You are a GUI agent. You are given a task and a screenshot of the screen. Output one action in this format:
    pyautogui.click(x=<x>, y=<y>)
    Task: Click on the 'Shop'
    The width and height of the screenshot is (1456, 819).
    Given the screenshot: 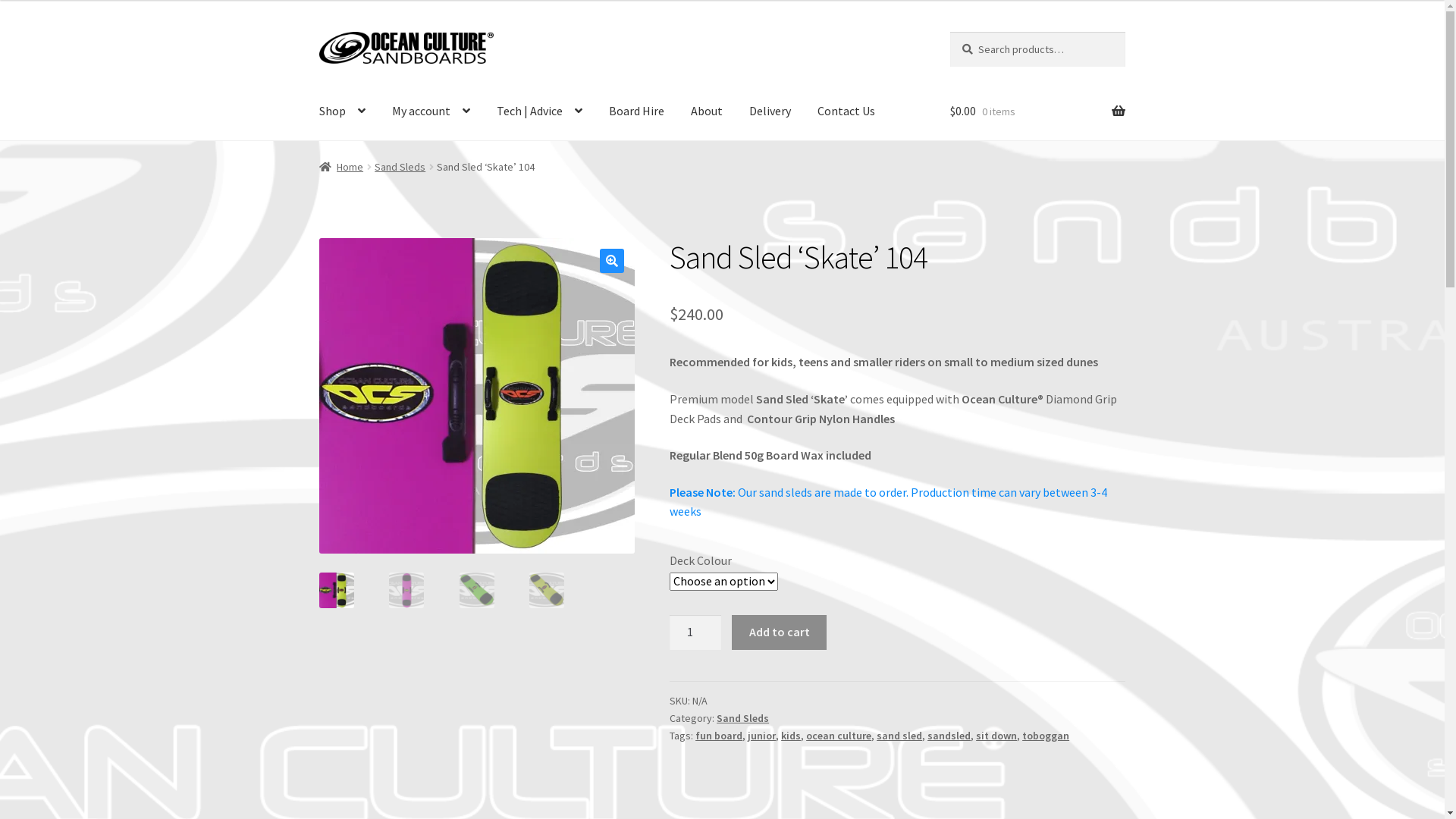 What is the action you would take?
    pyautogui.click(x=341, y=110)
    